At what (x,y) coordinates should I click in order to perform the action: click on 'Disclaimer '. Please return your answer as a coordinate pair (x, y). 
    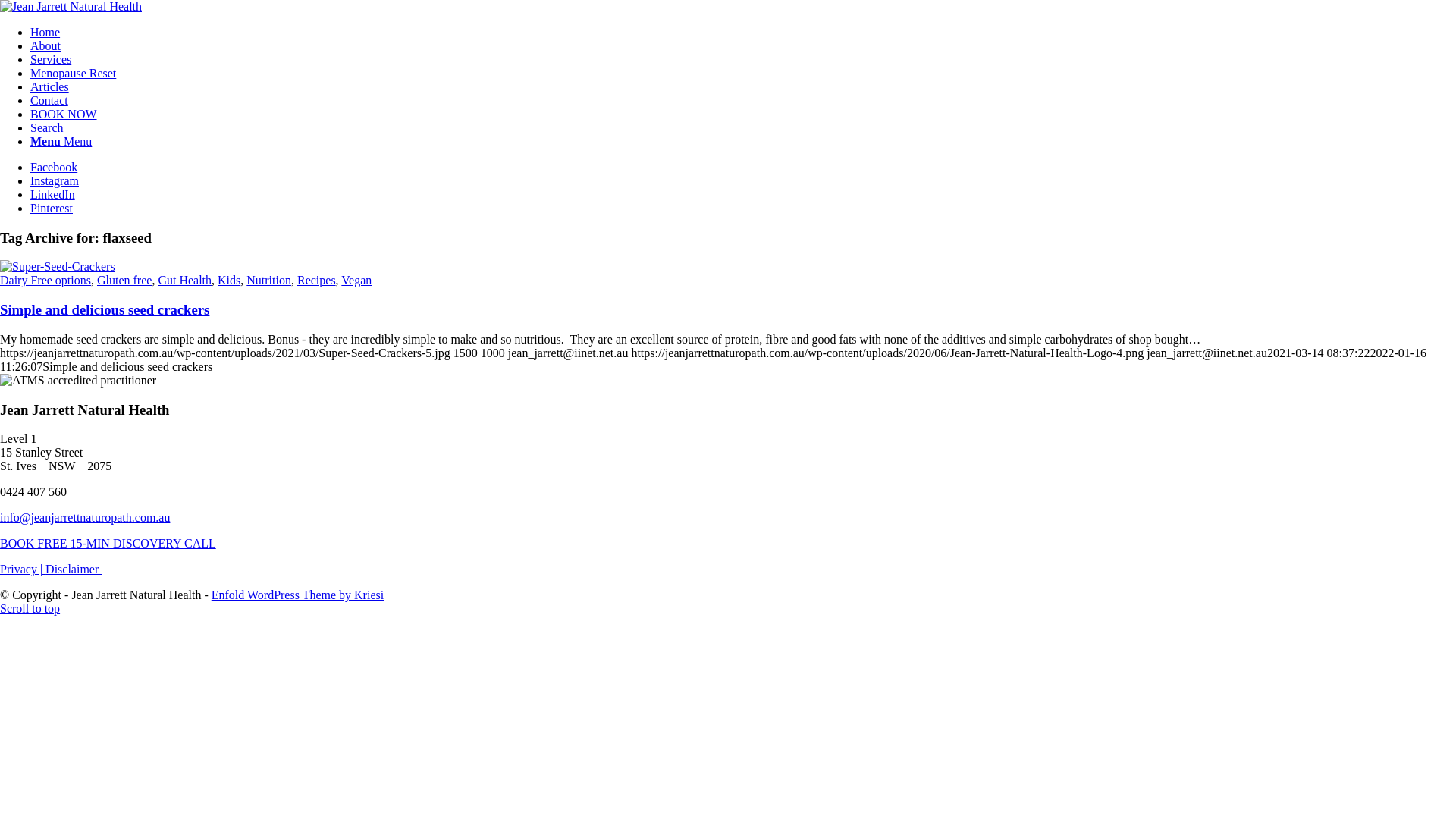
    Looking at the image, I should click on (72, 569).